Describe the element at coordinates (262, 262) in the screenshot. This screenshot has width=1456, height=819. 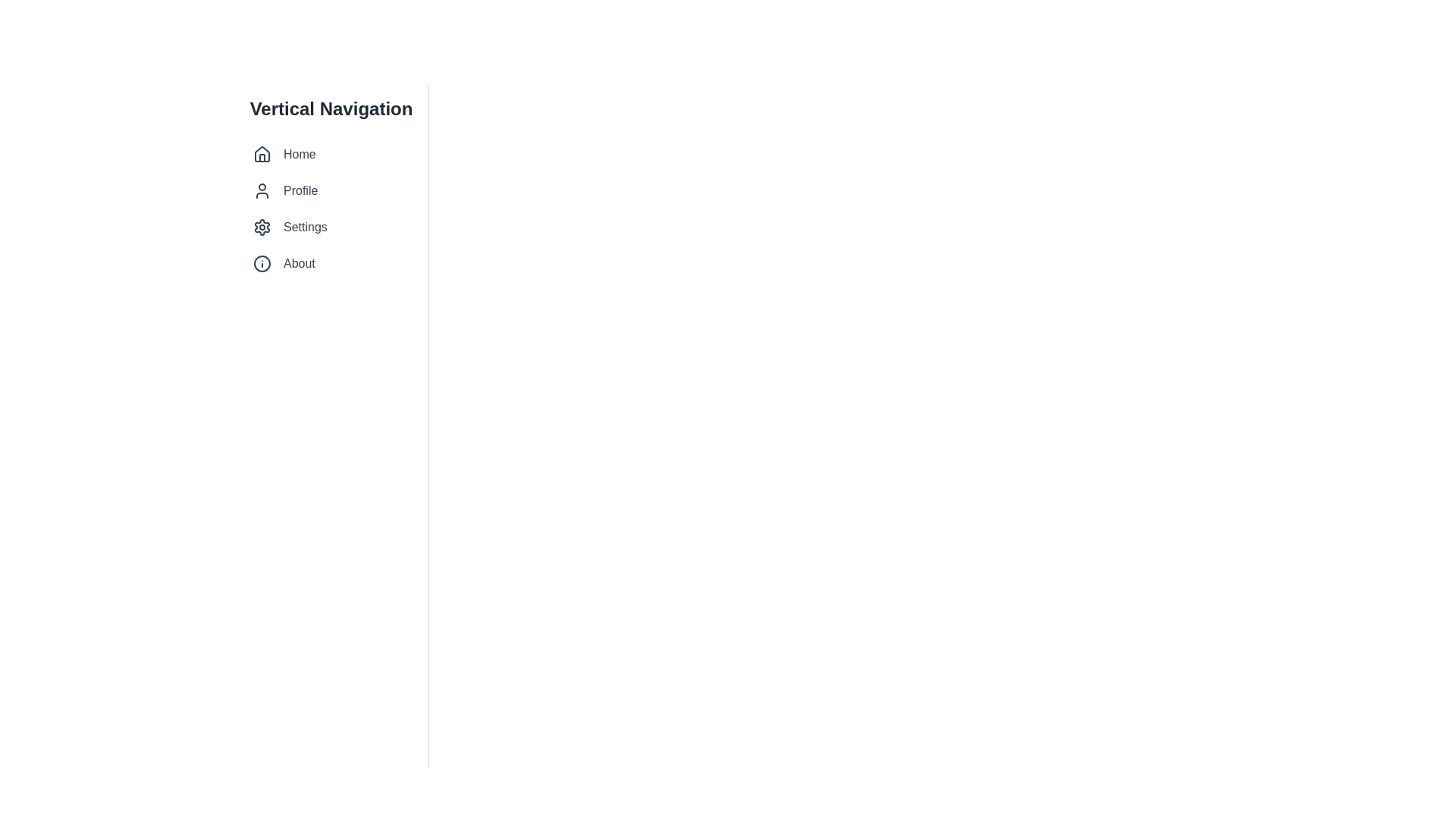
I see `the 'About' navigation icon, which is positioned to the left of the text 'About' in the vertical navigation bar` at that location.